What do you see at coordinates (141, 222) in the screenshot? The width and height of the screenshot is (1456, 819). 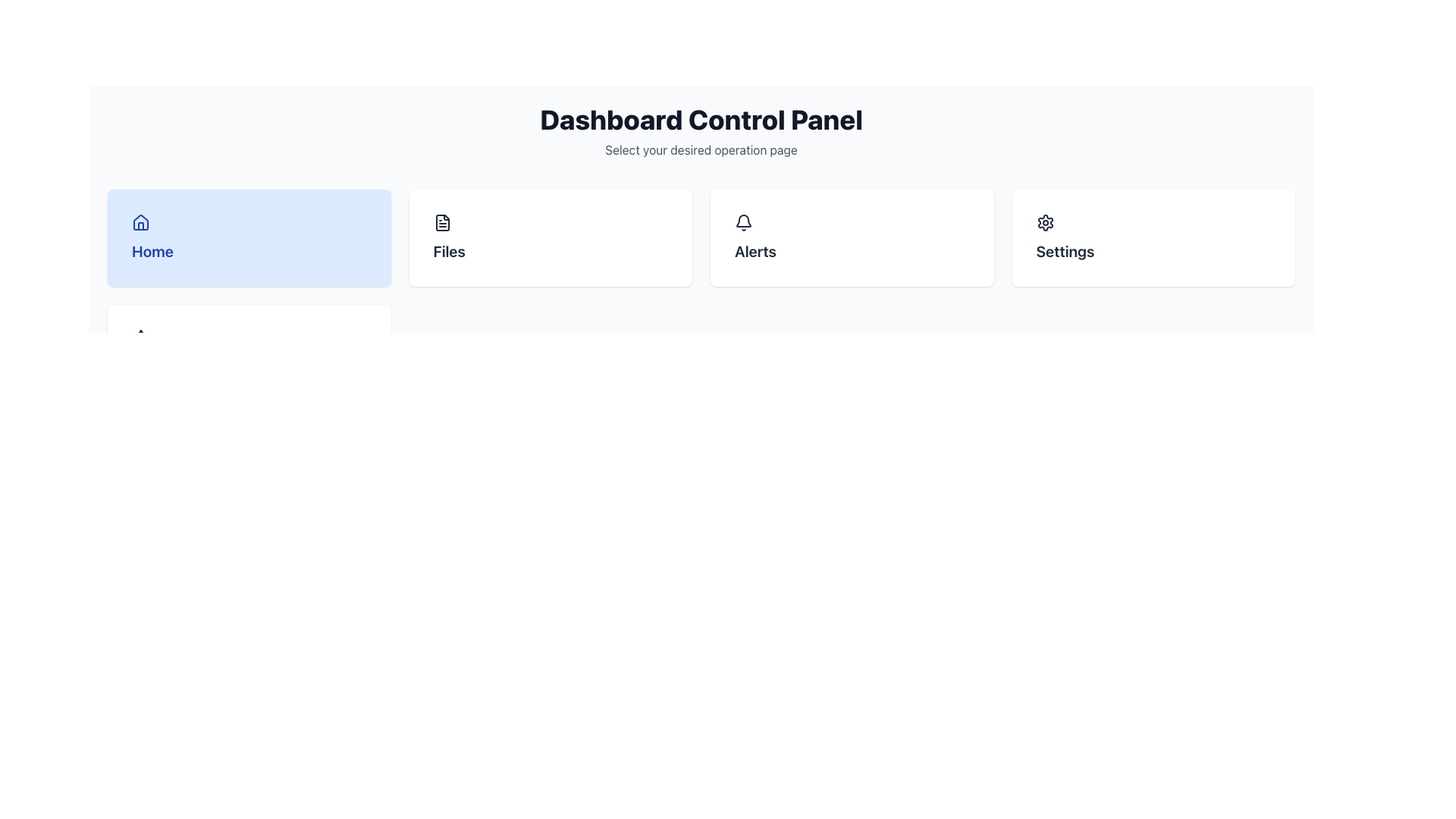 I see `the outer structure of the house icon, represented by the hollow outline of the house with a pitched roof located in the first box on the left of the top row of the dashboard layout` at bounding box center [141, 222].